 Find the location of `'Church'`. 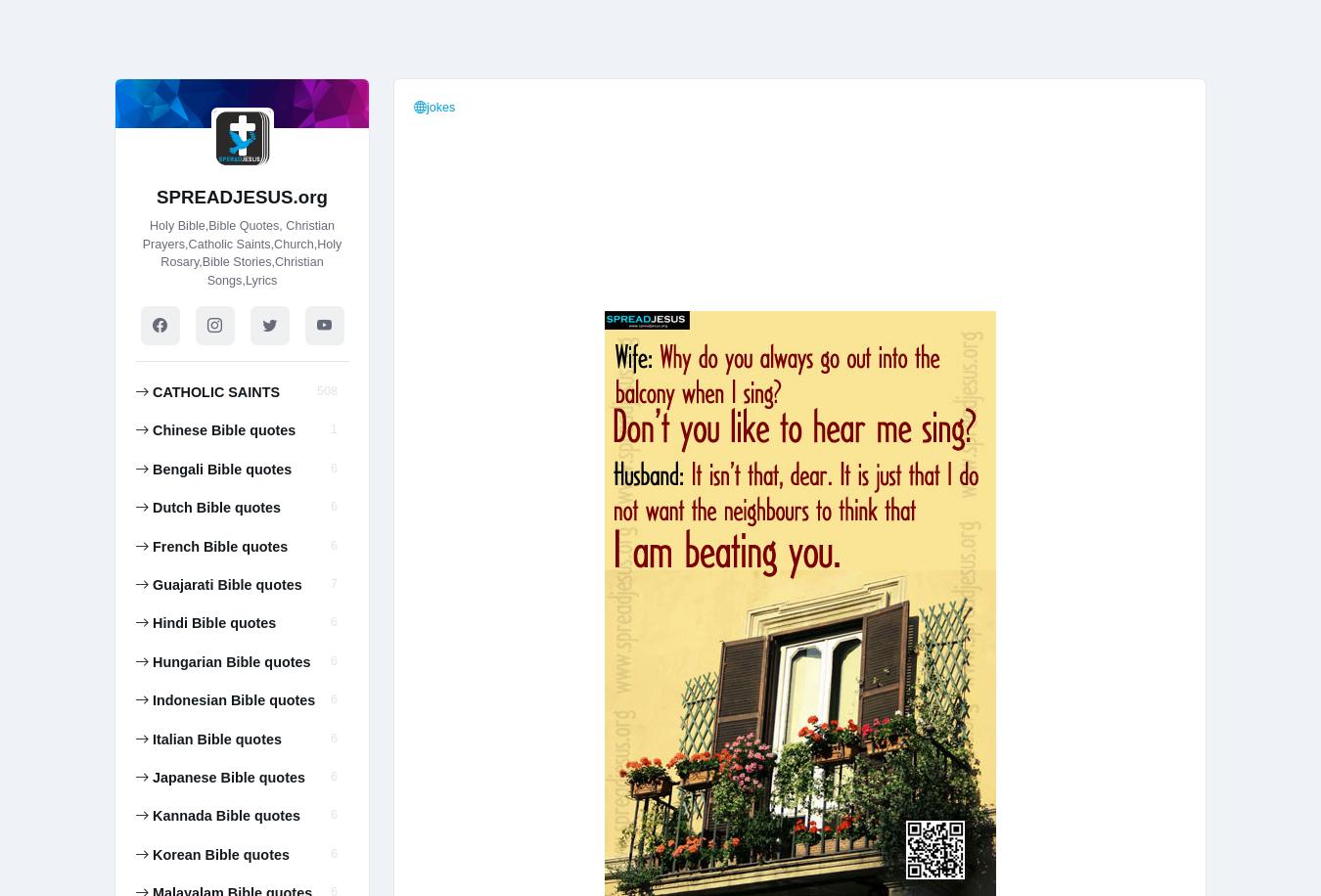

'Church' is located at coordinates (858, 26).